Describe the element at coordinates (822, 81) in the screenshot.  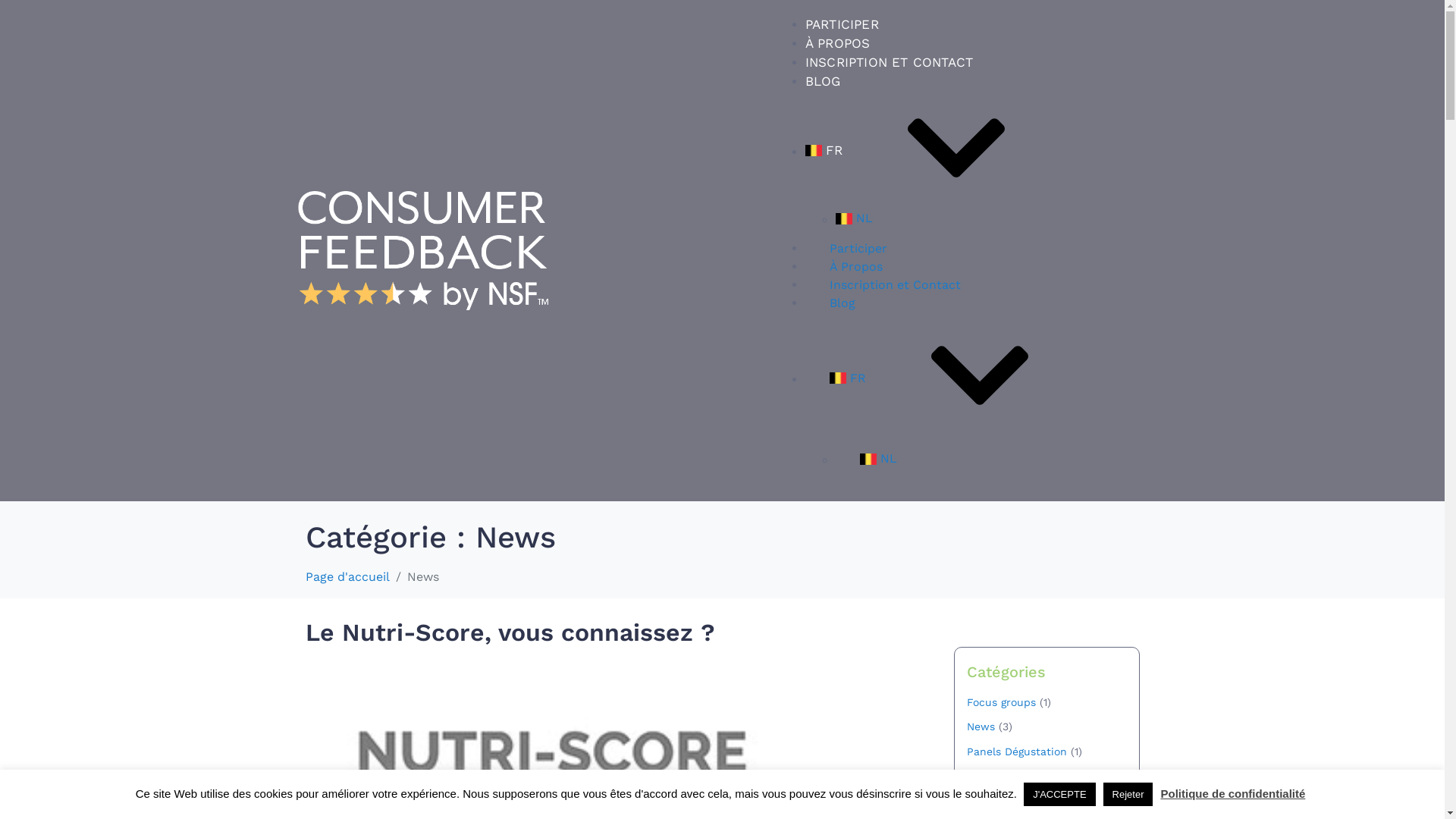
I see `'BLOG'` at that location.